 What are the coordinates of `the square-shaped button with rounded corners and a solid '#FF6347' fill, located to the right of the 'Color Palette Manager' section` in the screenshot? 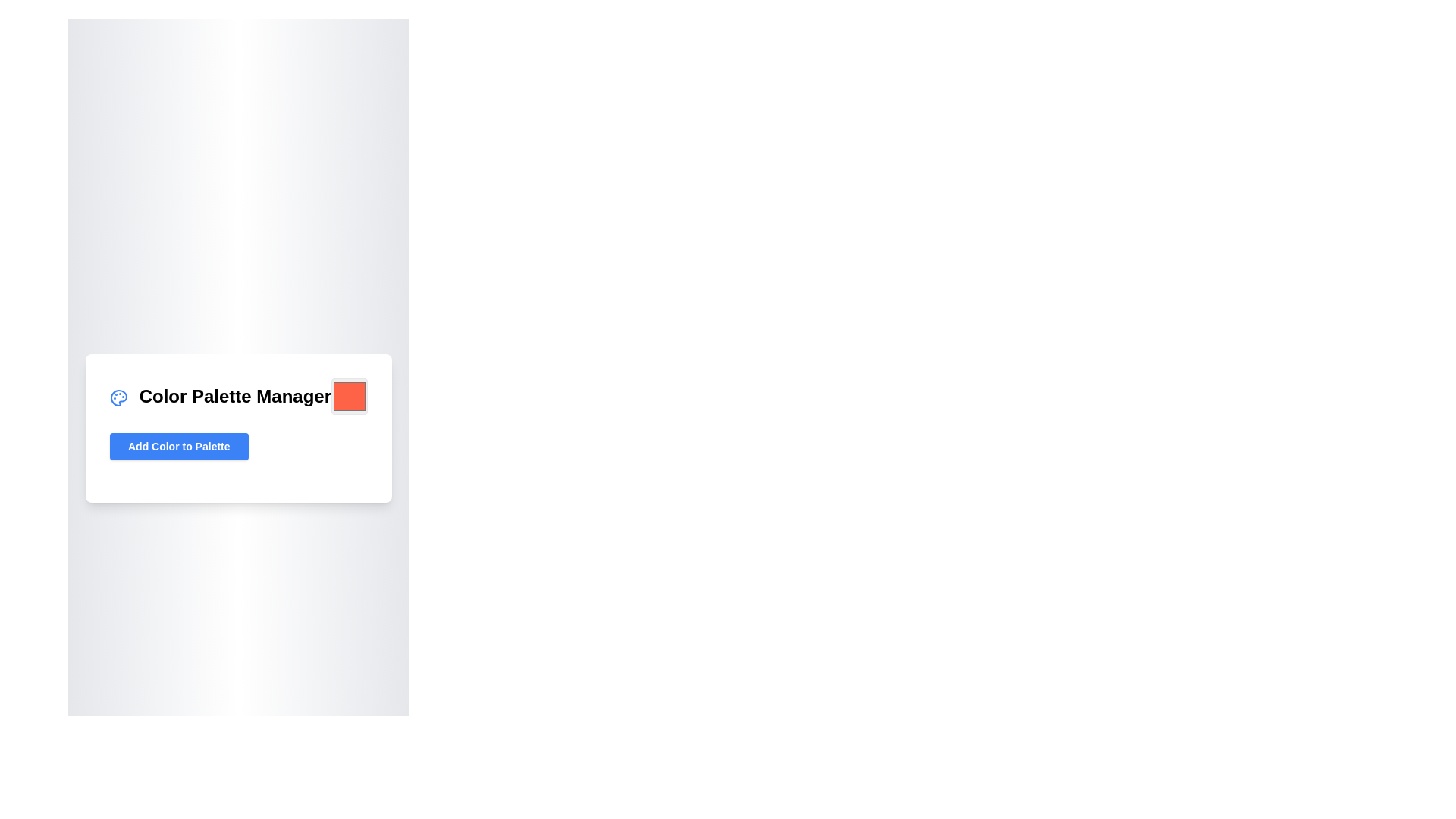 It's located at (348, 396).